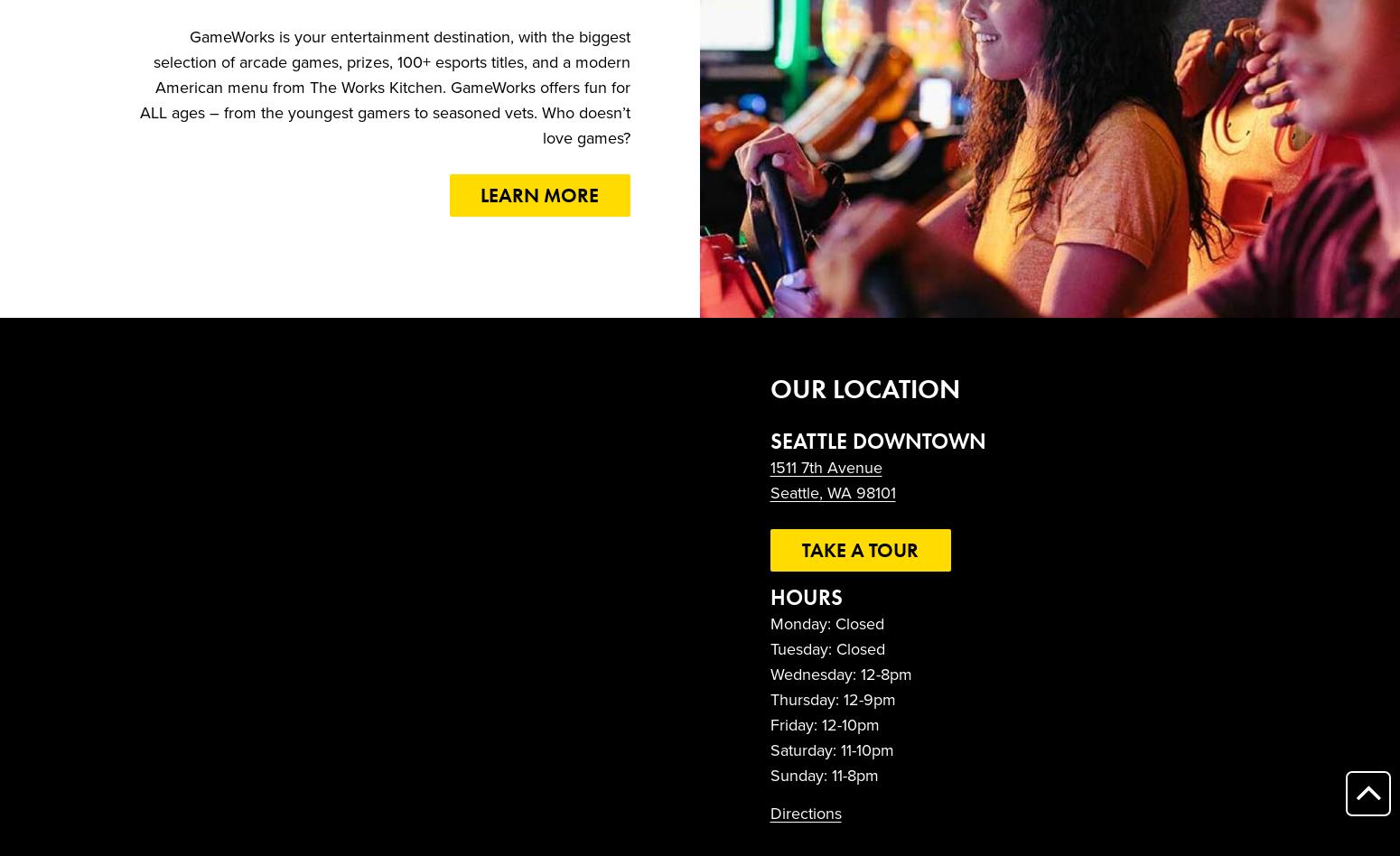  I want to click on 'GameWorks is your entertainment destination, with the biggest selection of arcade games, prizes, 100+ esports titles, and a modern American menu from The Works Kitchen. GameWorks offers fun for ALL ages – from the youngest gamers to seasoned vets. Who doesn’t love games?', so click(384, 87).